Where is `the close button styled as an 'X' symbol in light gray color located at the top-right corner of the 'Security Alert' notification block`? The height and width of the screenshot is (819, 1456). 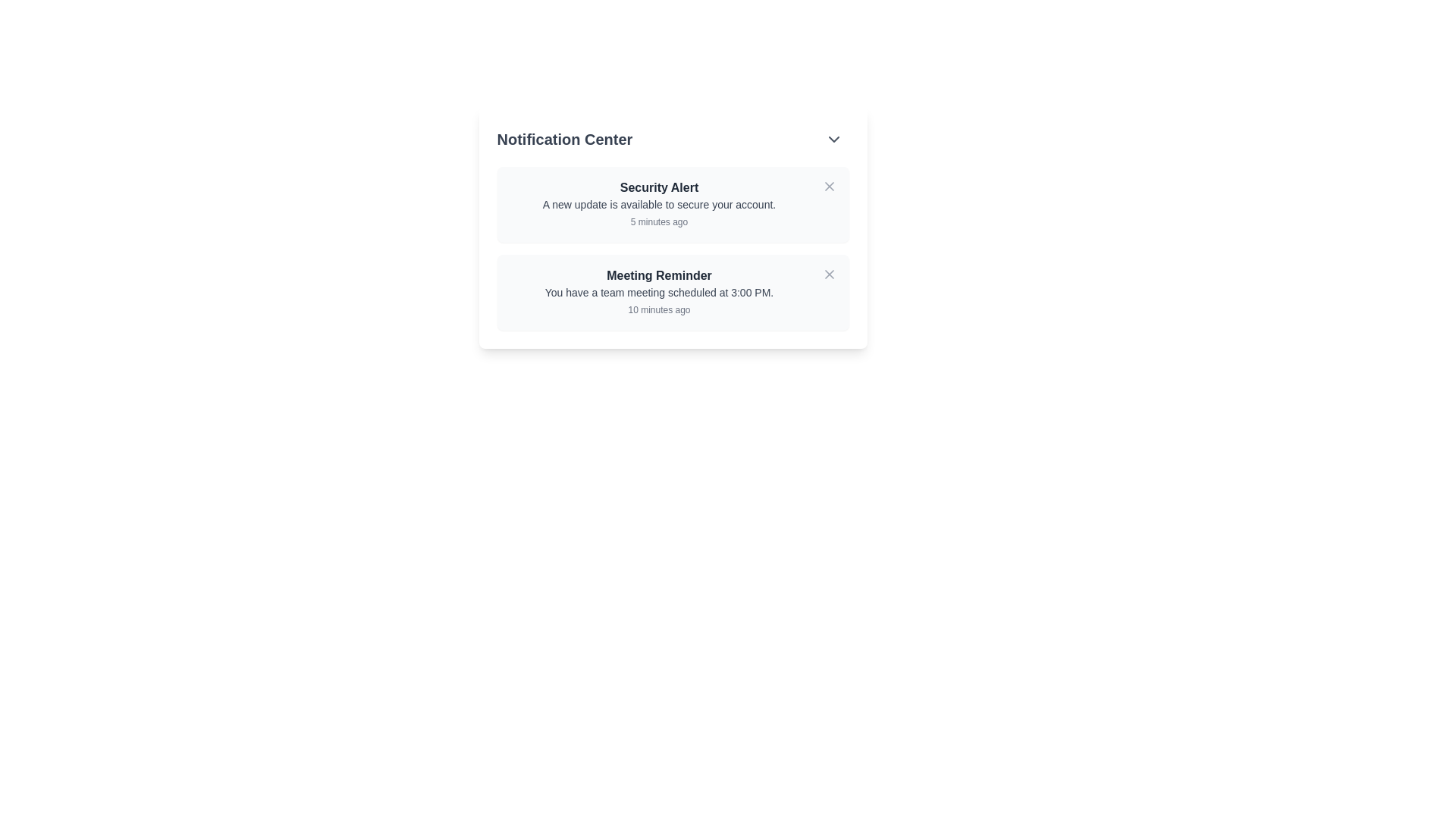
the close button styled as an 'X' symbol in light gray color located at the top-right corner of the 'Security Alert' notification block is located at coordinates (828, 186).